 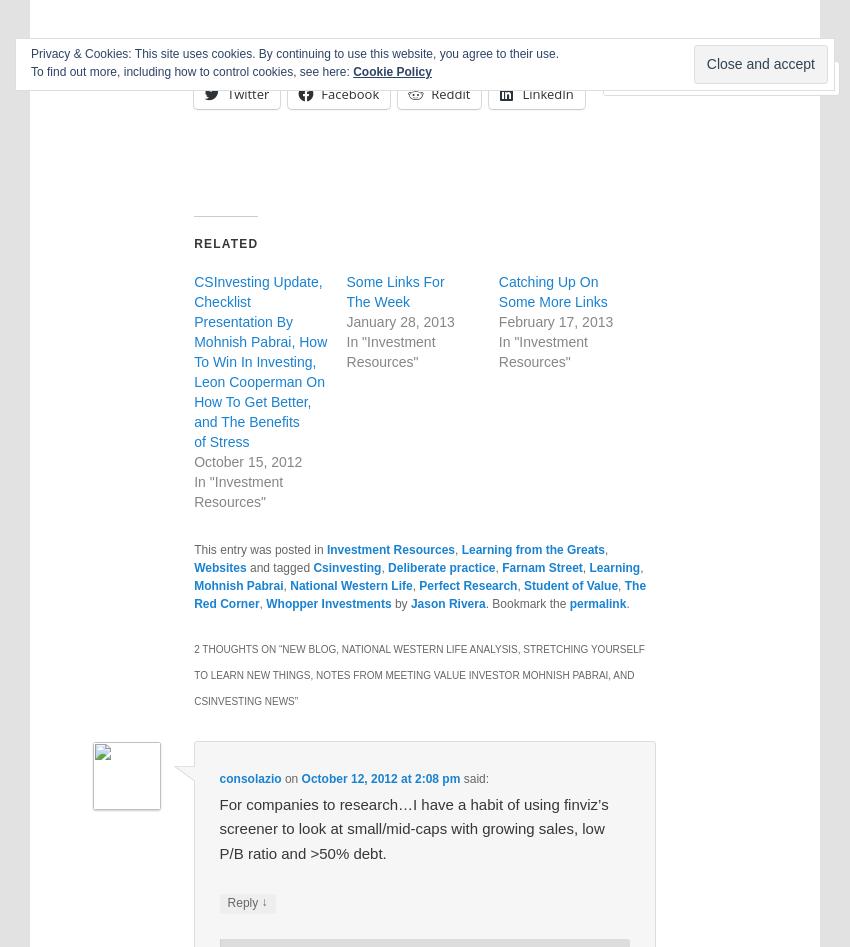 I want to click on 'Follow', so click(x=750, y=78).